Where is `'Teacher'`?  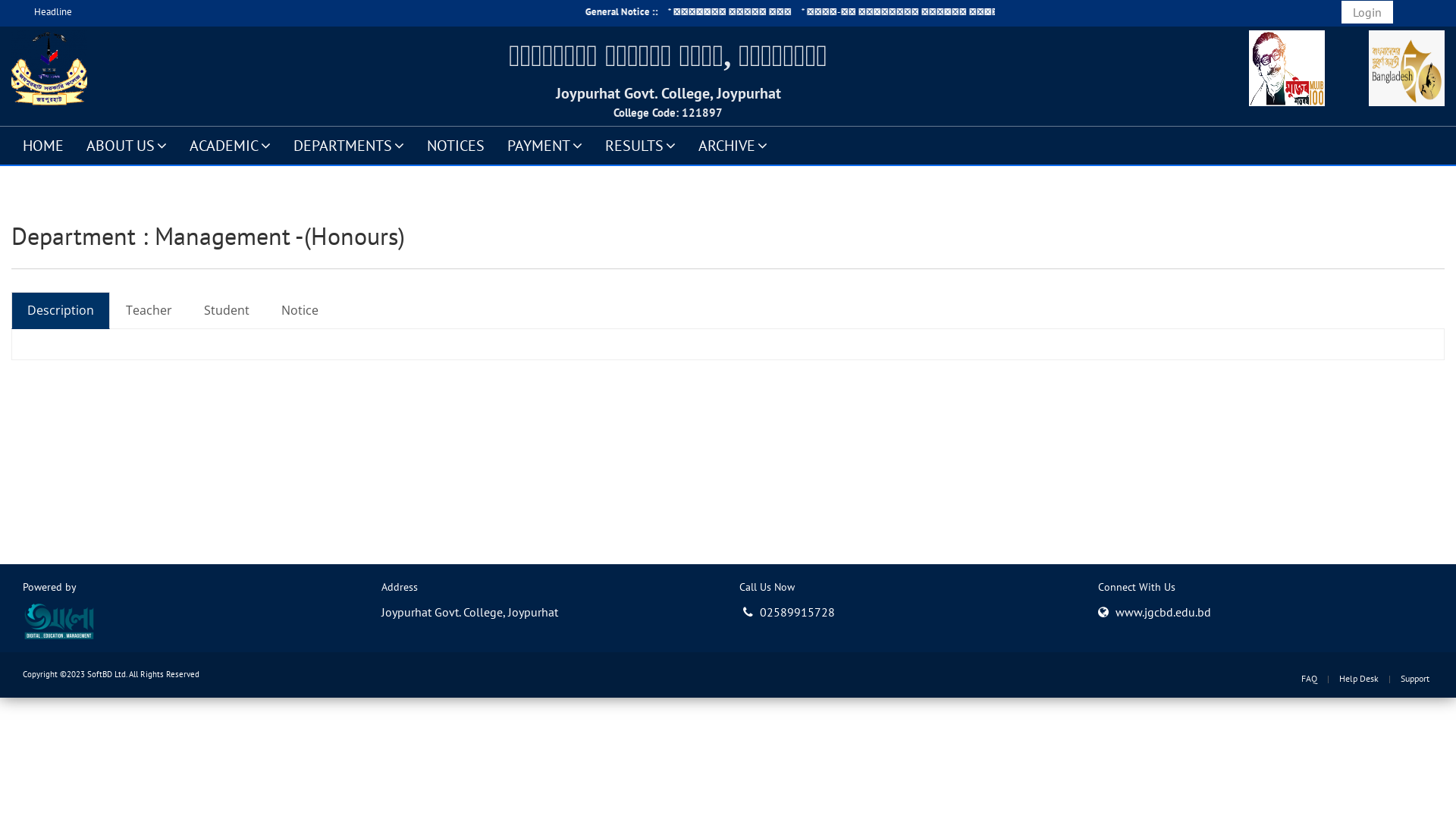 'Teacher' is located at coordinates (149, 309).